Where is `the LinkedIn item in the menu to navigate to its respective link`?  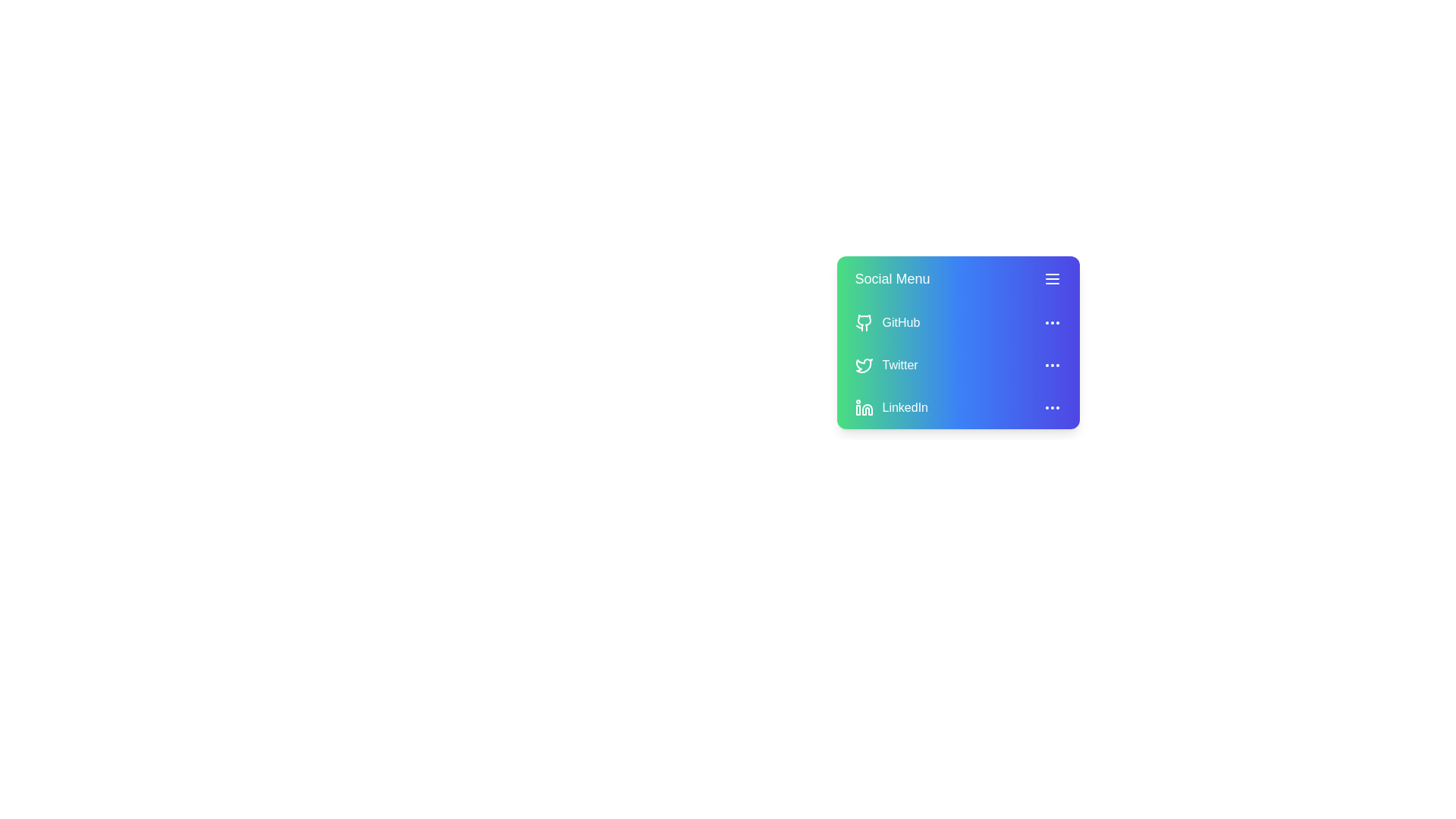
the LinkedIn item in the menu to navigate to its respective link is located at coordinates (905, 406).